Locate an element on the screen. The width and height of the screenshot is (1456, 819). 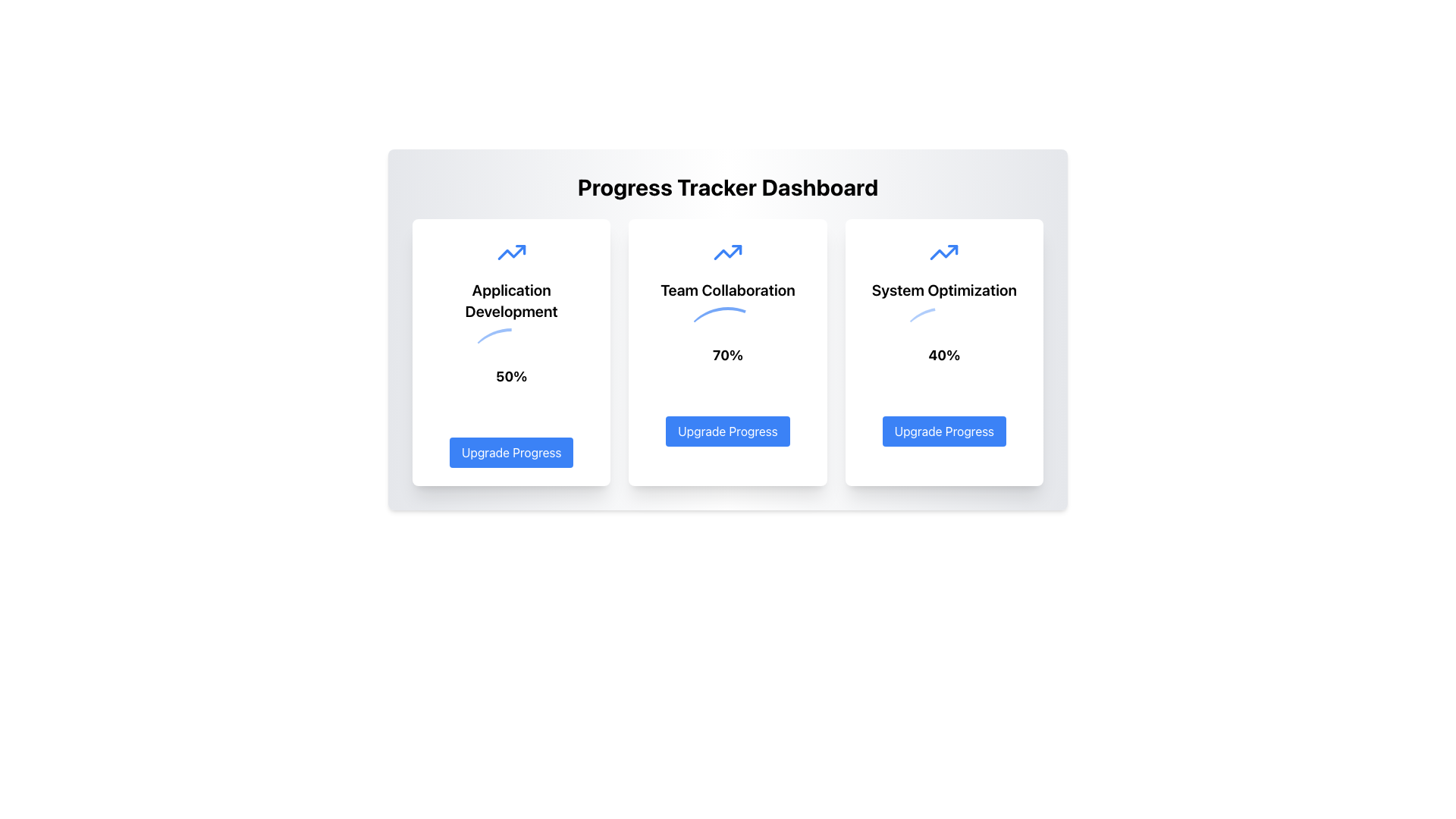
the text displaying '70%' which is centrally aligned within the circular progress indicator of the 'Team Collaboration' card is located at coordinates (728, 356).